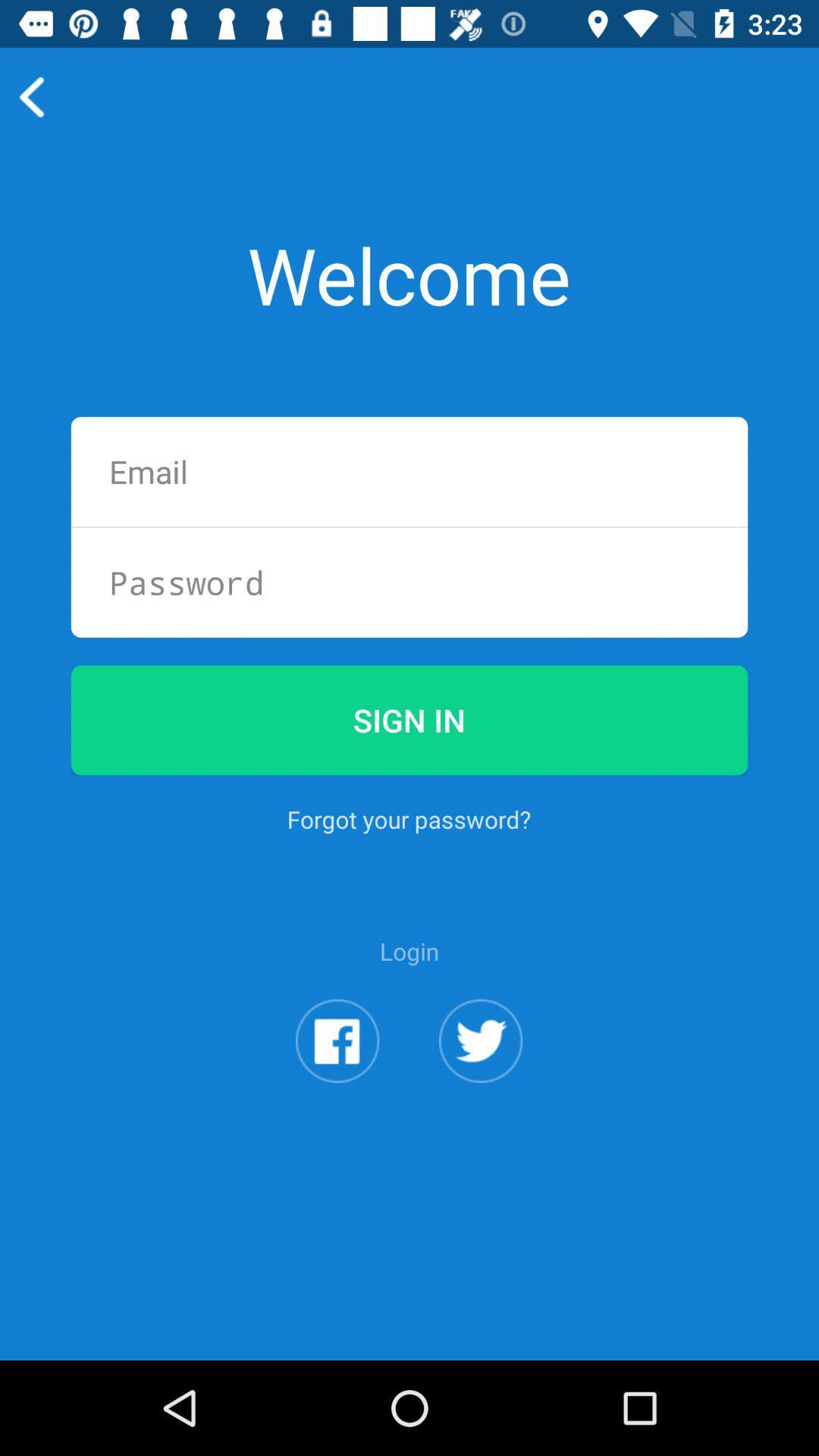  Describe the element at coordinates (408, 818) in the screenshot. I see `forgot your password? icon` at that location.